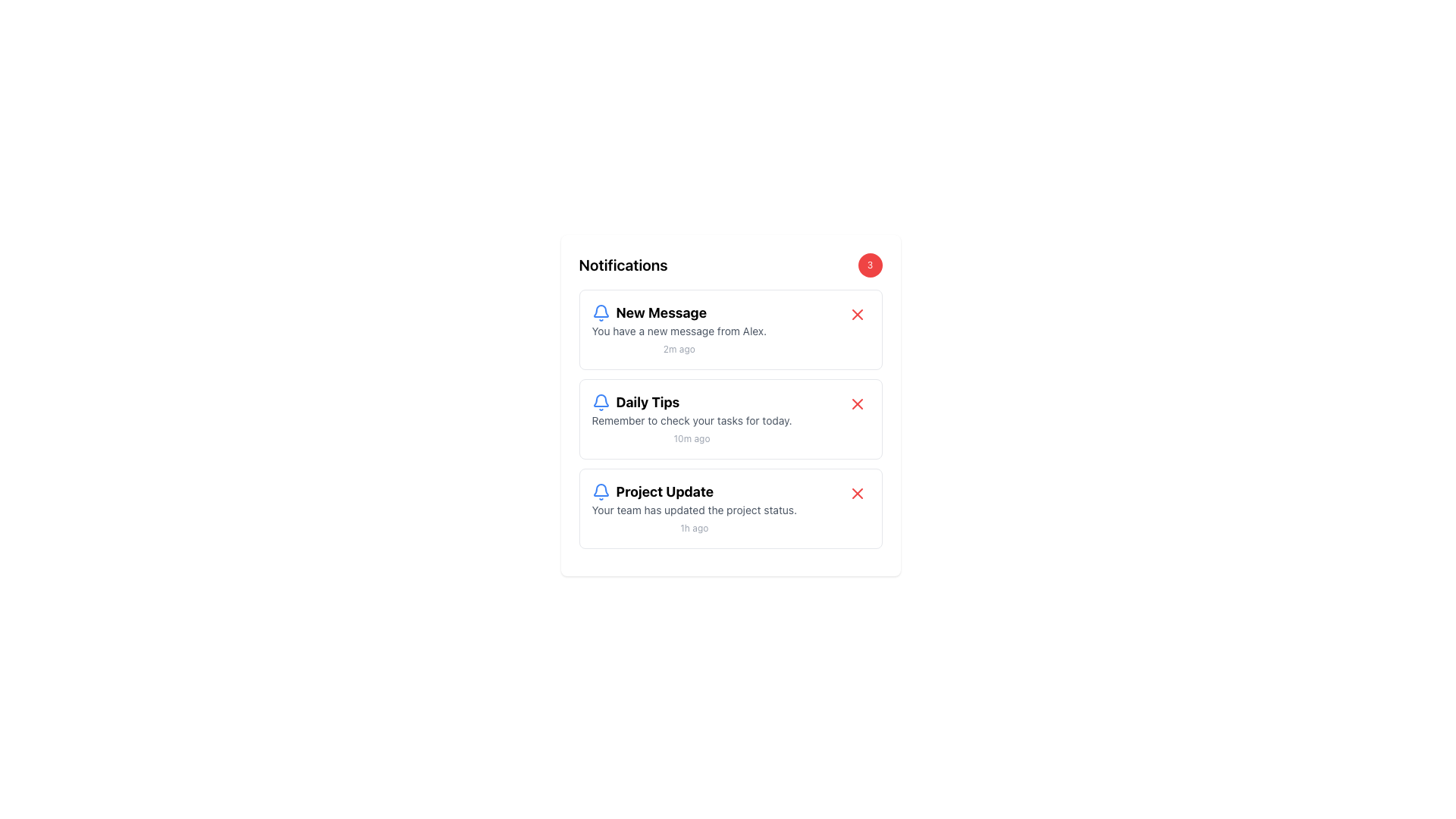 The width and height of the screenshot is (1456, 819). Describe the element at coordinates (678, 349) in the screenshot. I see `the static text label that indicates the timestamp of the notification, located within the 'New Message' notification card, specifically positioned below the message title and description` at that location.